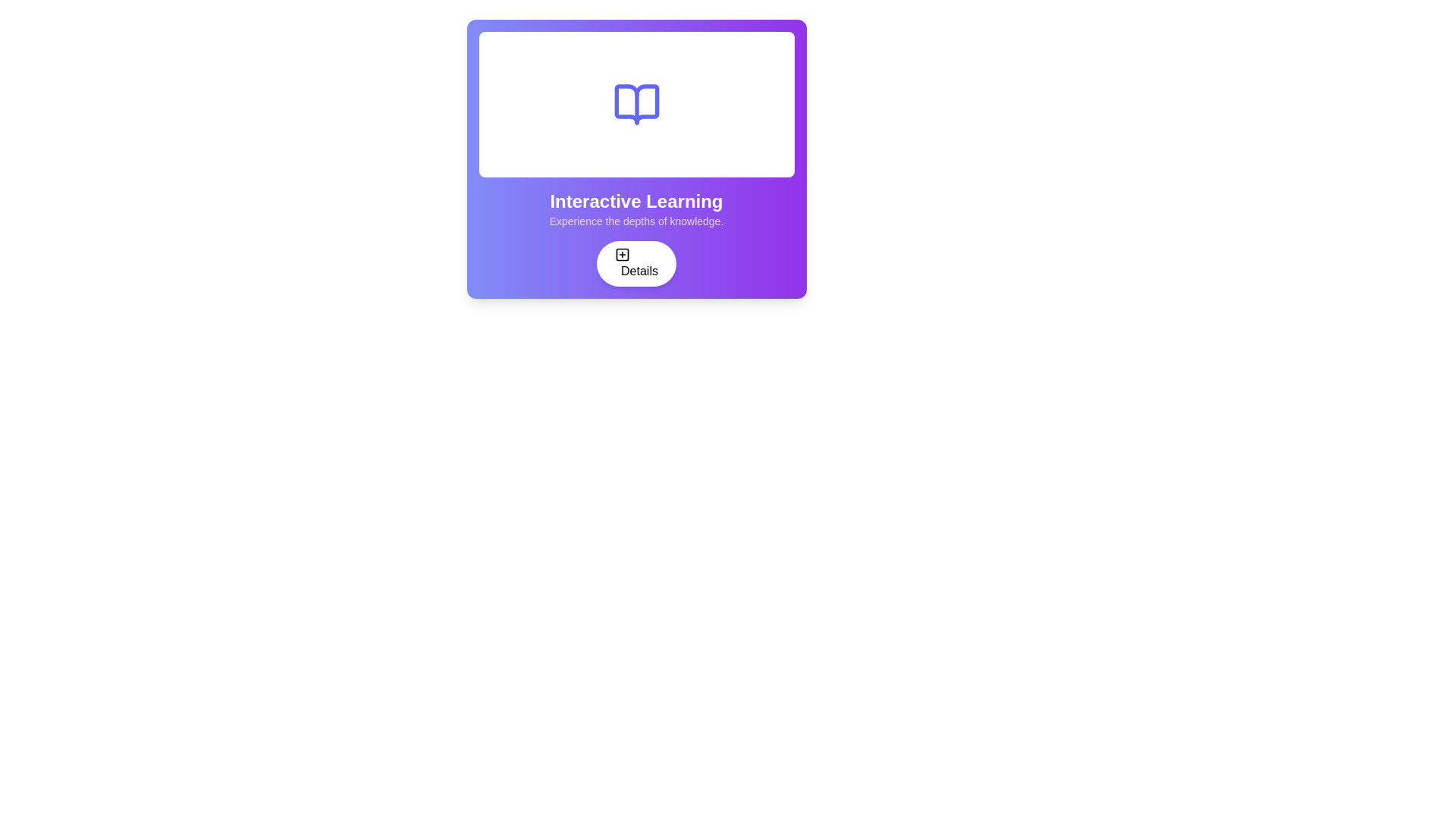 The width and height of the screenshot is (1456, 819). I want to click on text displayed in the Text block, which consists of 'Interactive Learning' in bold white font and 'Experience the depths of knowledge.' in light purple font, centered over a gradient background, so click(636, 209).